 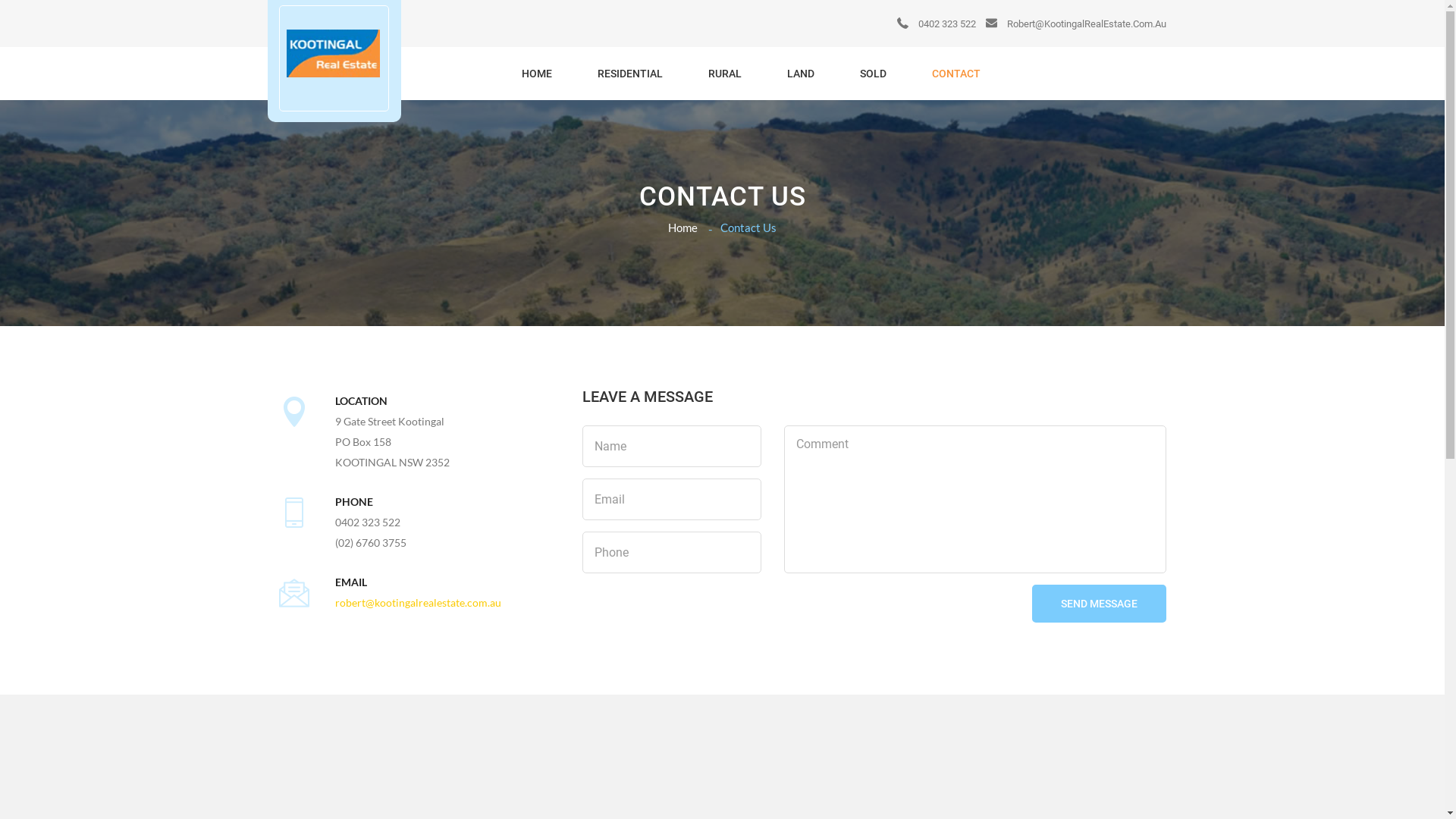 What do you see at coordinates (800, 73) in the screenshot?
I see `'LAND'` at bounding box center [800, 73].